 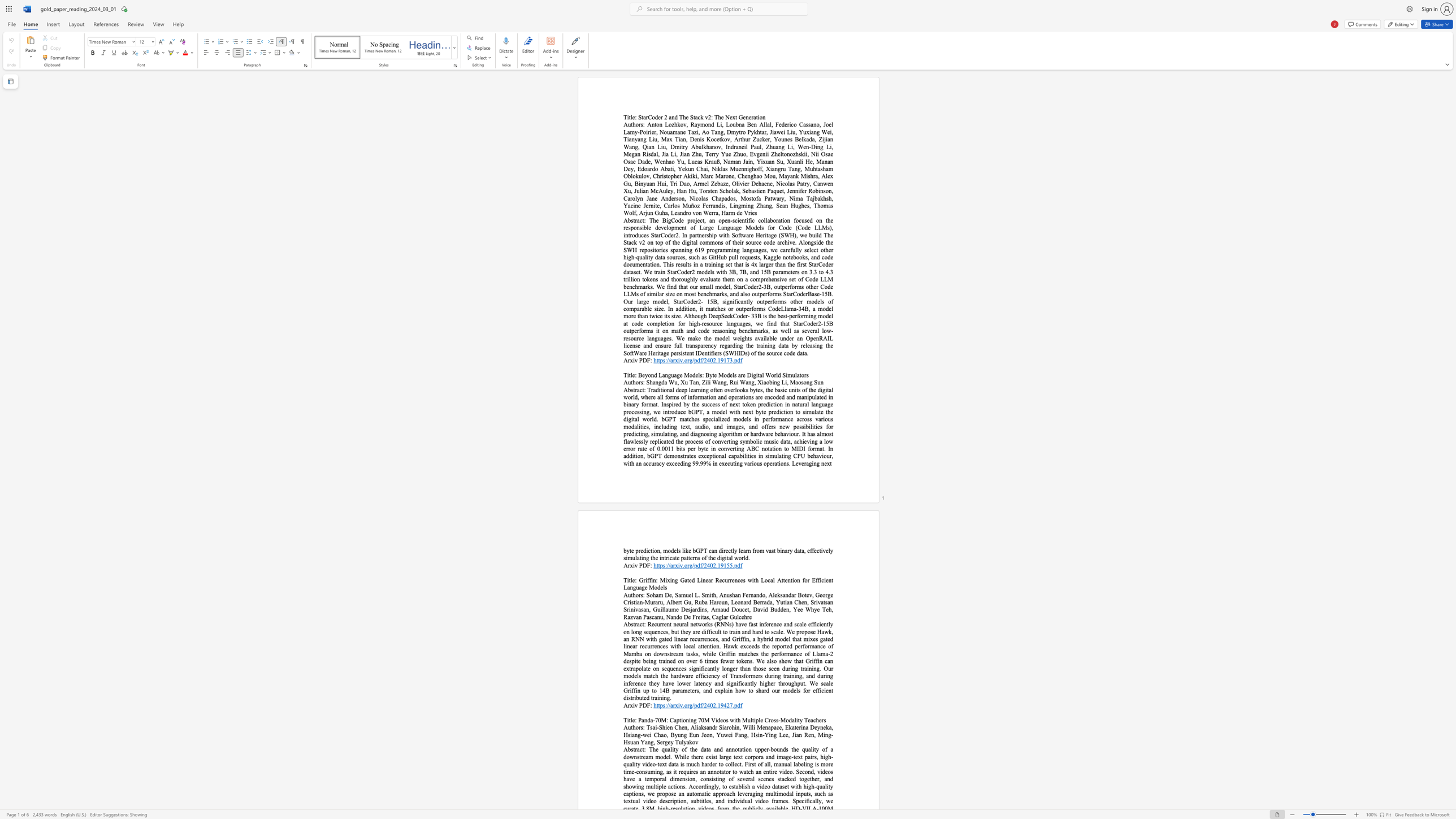 What do you see at coordinates (623, 441) in the screenshot?
I see `the subset text "flawless" within the text "Traditional deep learning often overlooks bytes, the basic units of the digital world, where all forms of information and operations are encoded and manipulated in binary format. Inspired by the success of next token prediction in natural language processing, we introduce bGPT, a model with next byte prediction to simulate the digital world. bGPT matches specialized models in performance across various modalities, including text, audio, and images, and offers new possibilities for predicting, simulating, and diagnosing algorithm or hardware behaviour. It has almost flawlessly"` at bounding box center [623, 441].